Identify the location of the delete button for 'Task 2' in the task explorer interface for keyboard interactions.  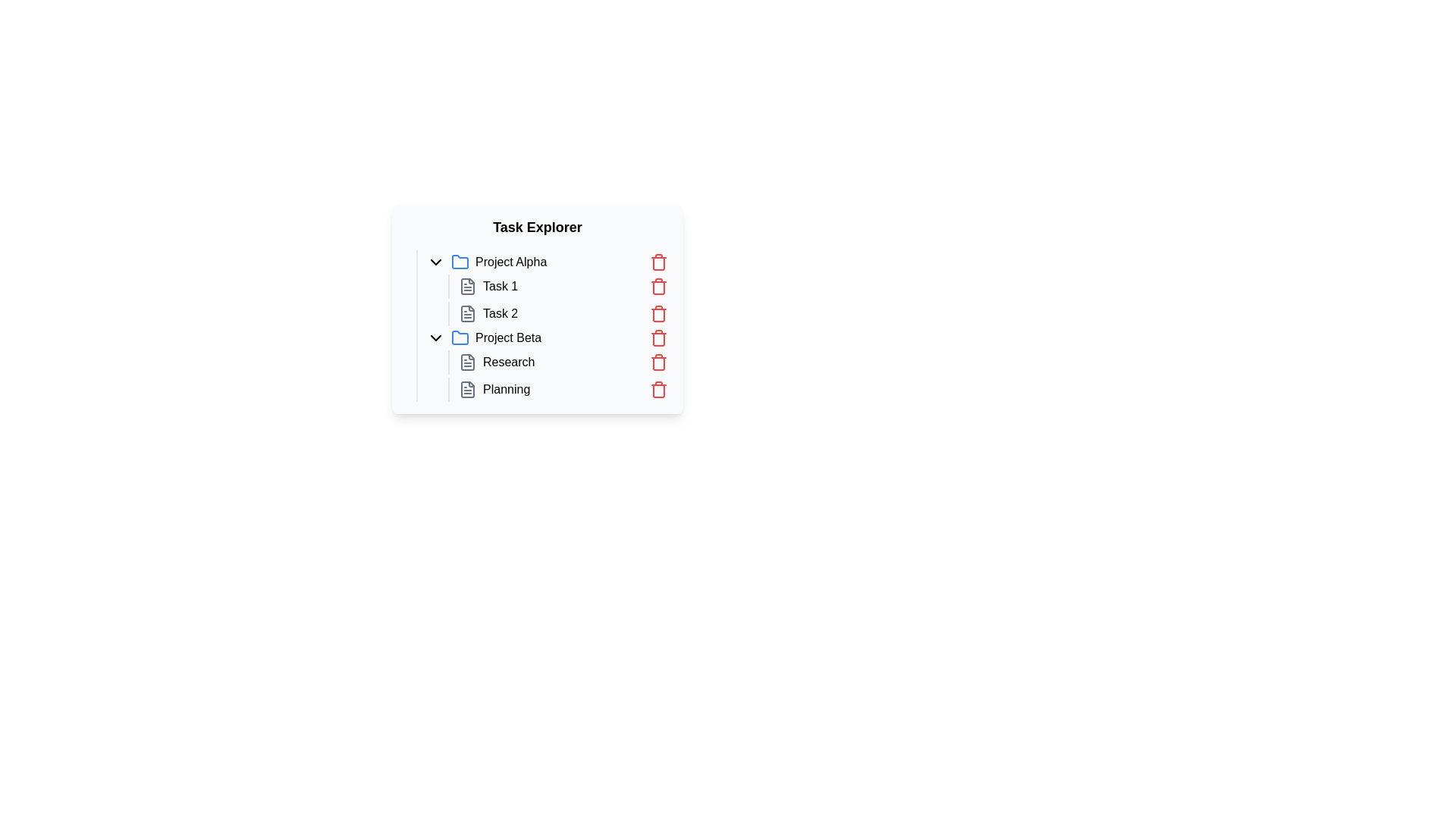
(658, 312).